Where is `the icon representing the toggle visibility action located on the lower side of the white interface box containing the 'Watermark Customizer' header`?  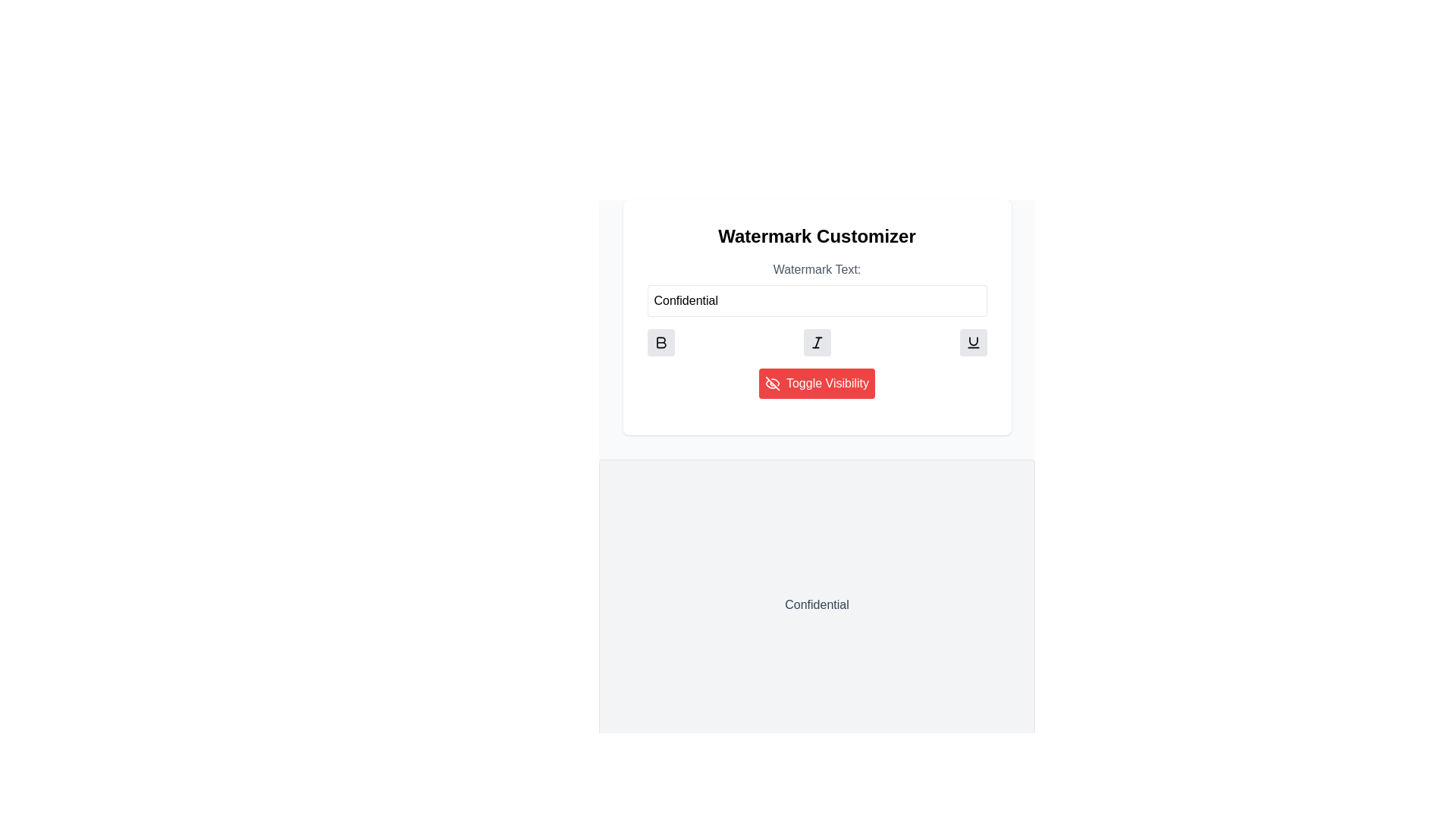
the icon representing the toggle visibility action located on the lower side of the white interface box containing the 'Watermark Customizer' header is located at coordinates (771, 382).